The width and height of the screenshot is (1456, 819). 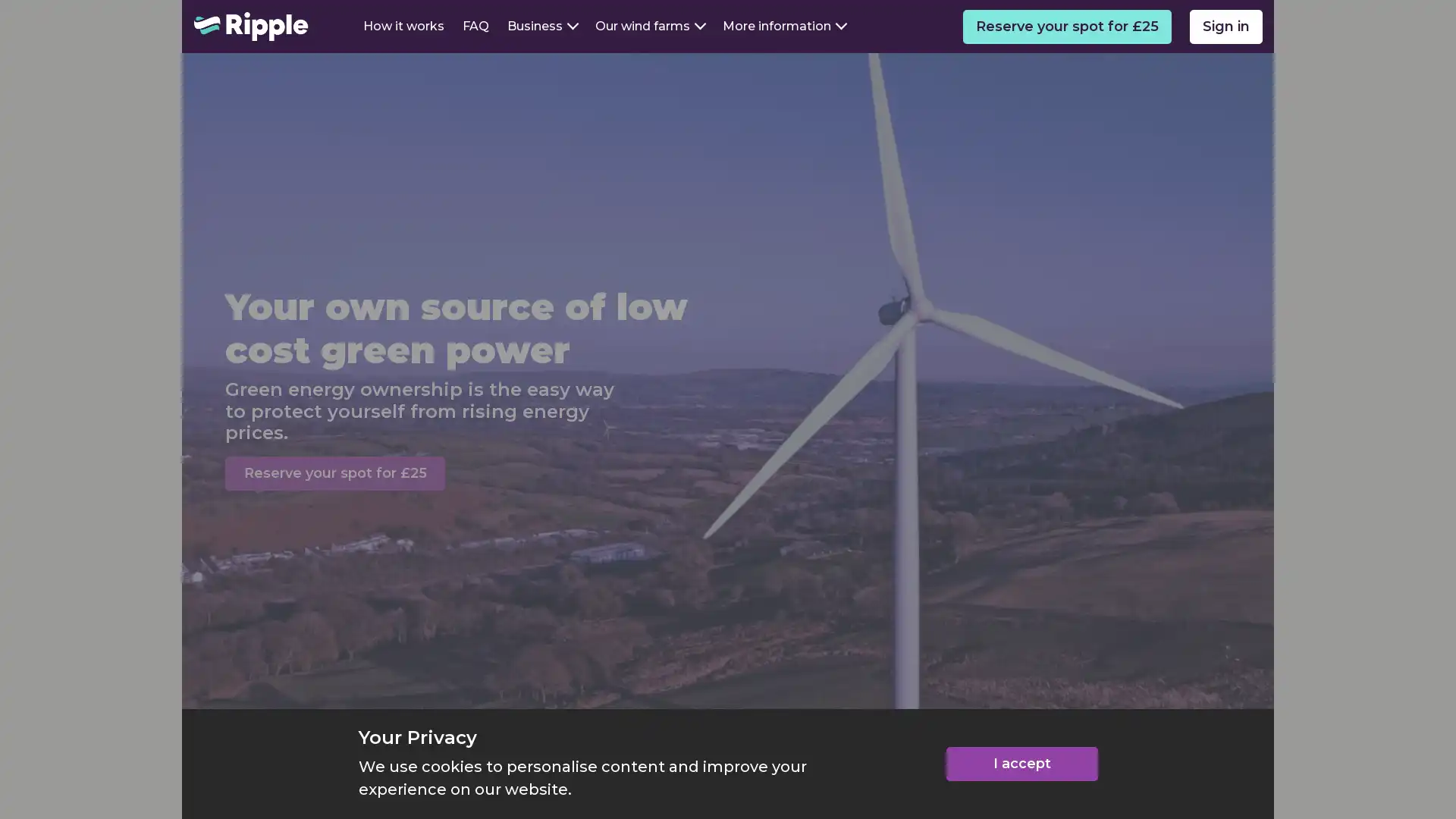 I want to click on Reserve your spot for 25, so click(x=334, y=472).